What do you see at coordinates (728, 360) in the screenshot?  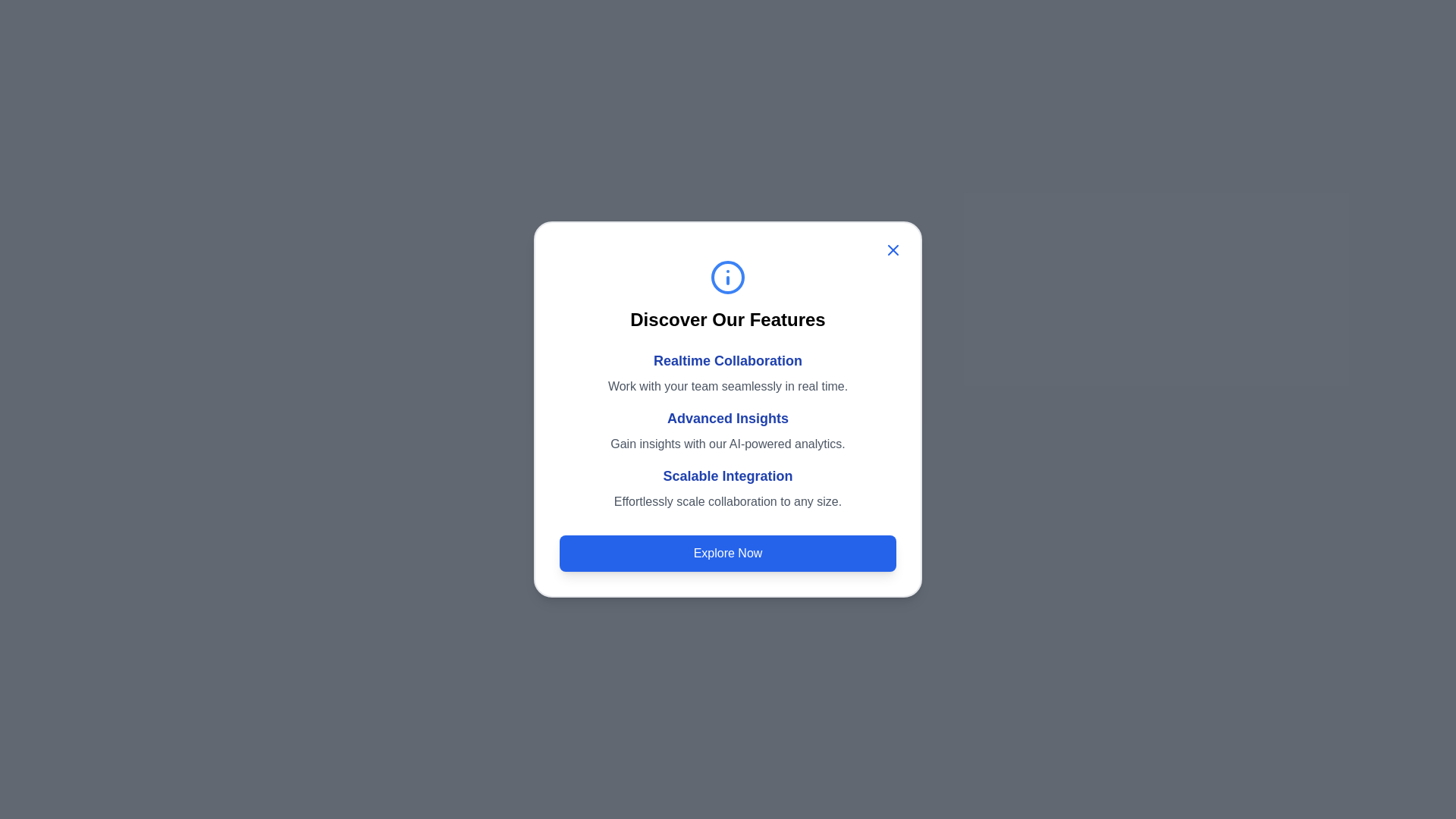 I see `the prominently styled text label in blue reading 'Realtime Collaboration', located centrally within the feature description section, below the title 'Discover Our Features'` at bounding box center [728, 360].